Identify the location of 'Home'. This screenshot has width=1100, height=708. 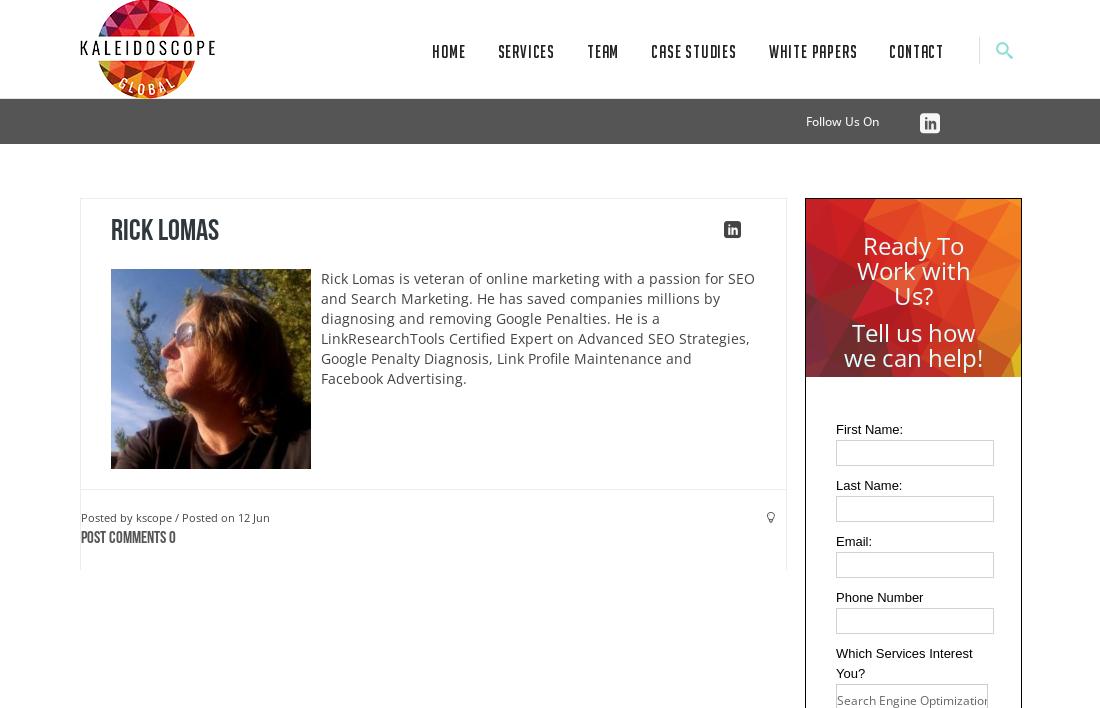
(447, 51).